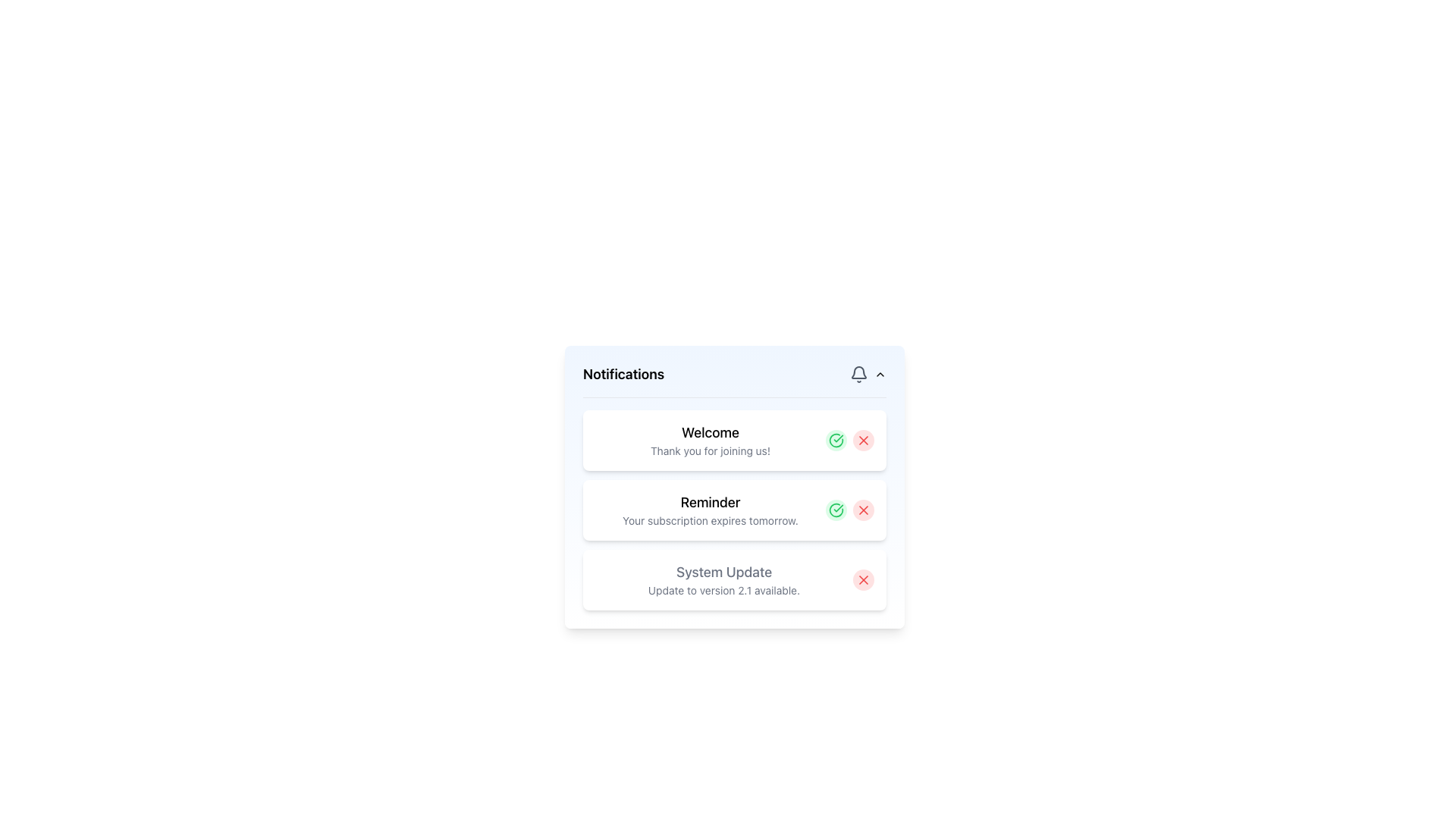 The width and height of the screenshot is (1456, 819). Describe the element at coordinates (863, 441) in the screenshot. I see `the circular red button with a red cross ('X') symbol located in the upper-right corner of the 'Welcome' notification card` at that location.